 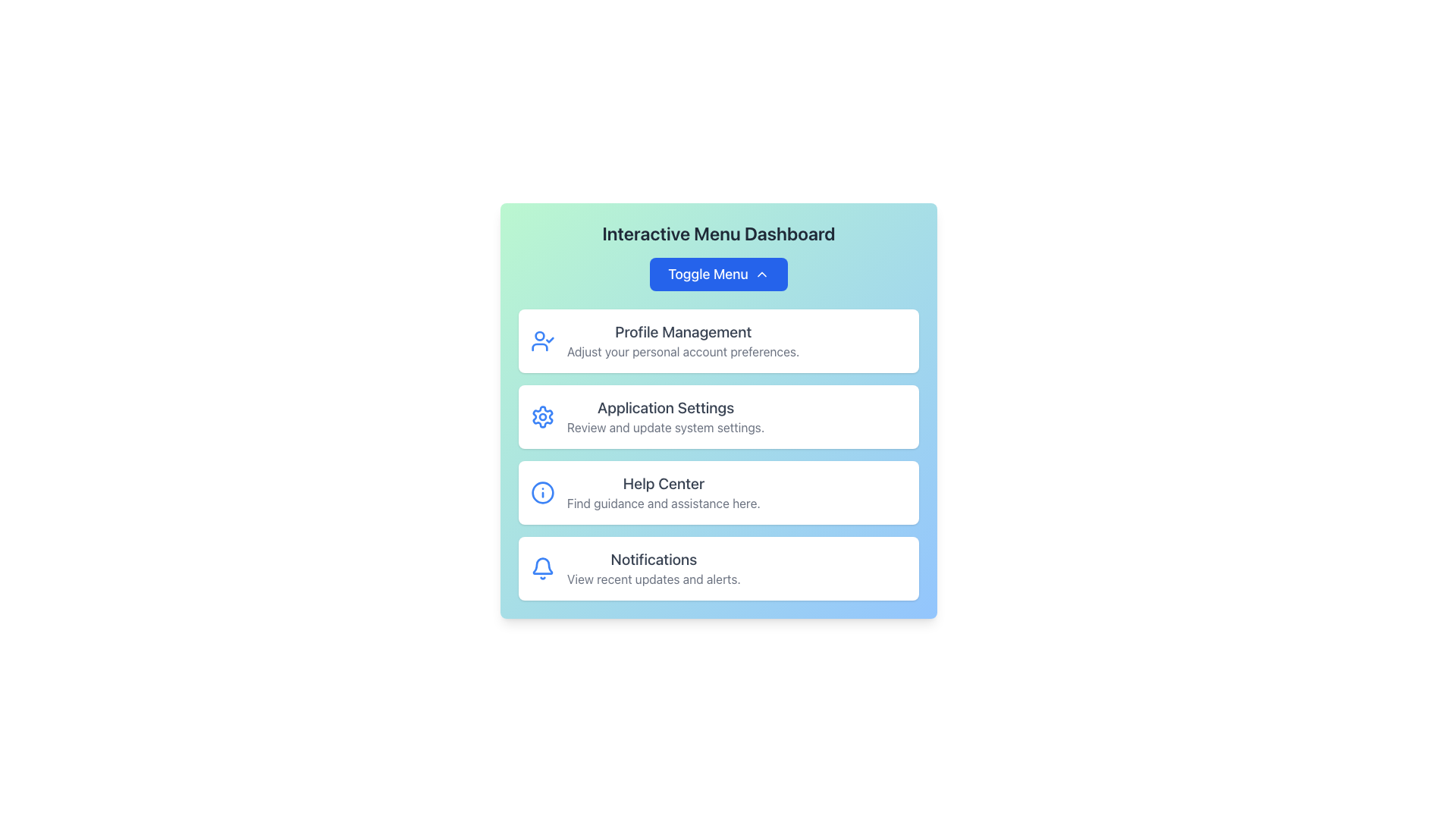 I want to click on the second interactive card element in the vertical list, which provides access to application settings, so click(x=718, y=417).